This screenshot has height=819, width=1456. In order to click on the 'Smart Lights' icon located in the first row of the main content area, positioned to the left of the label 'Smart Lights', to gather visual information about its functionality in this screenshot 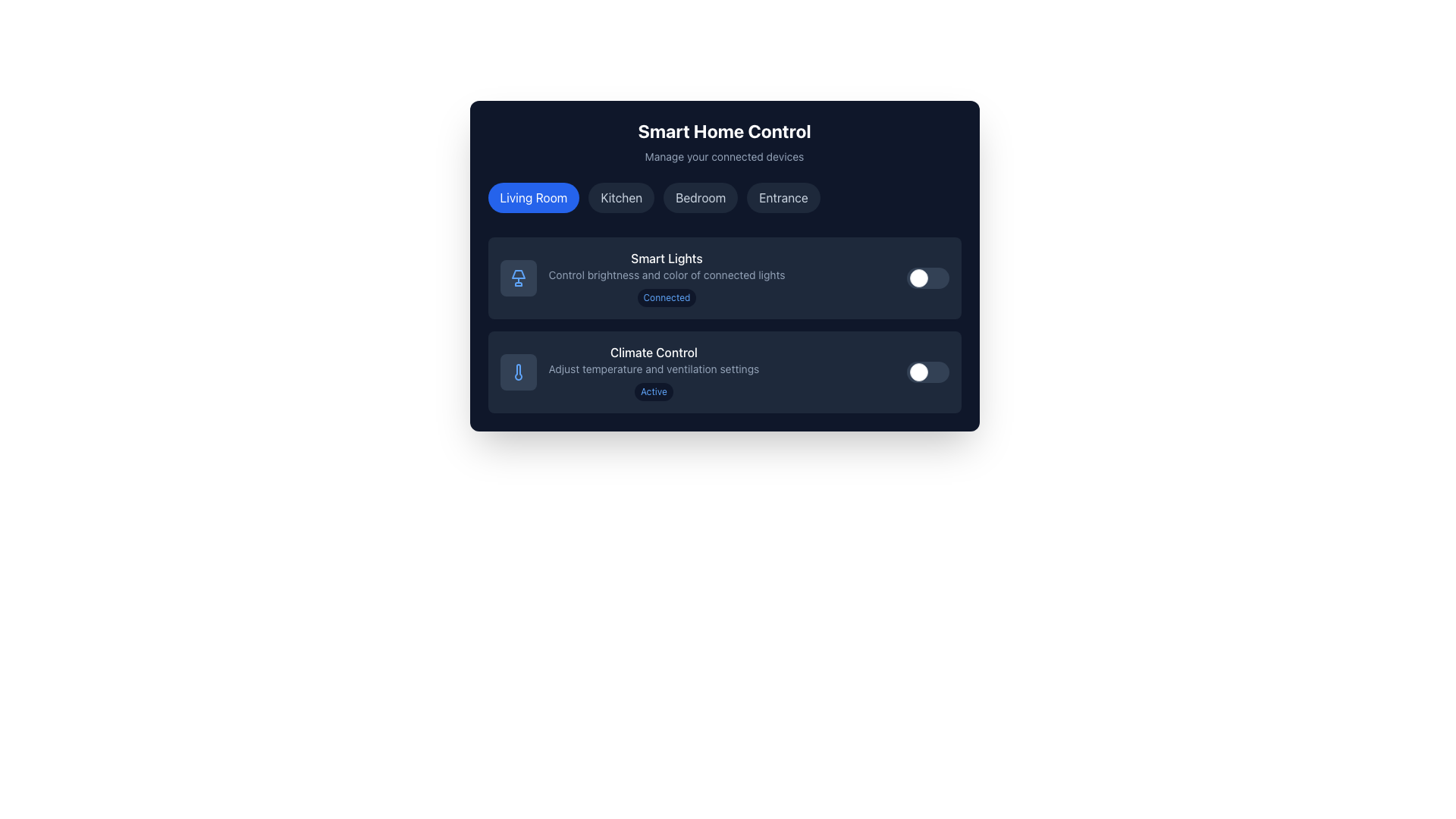, I will do `click(518, 278)`.